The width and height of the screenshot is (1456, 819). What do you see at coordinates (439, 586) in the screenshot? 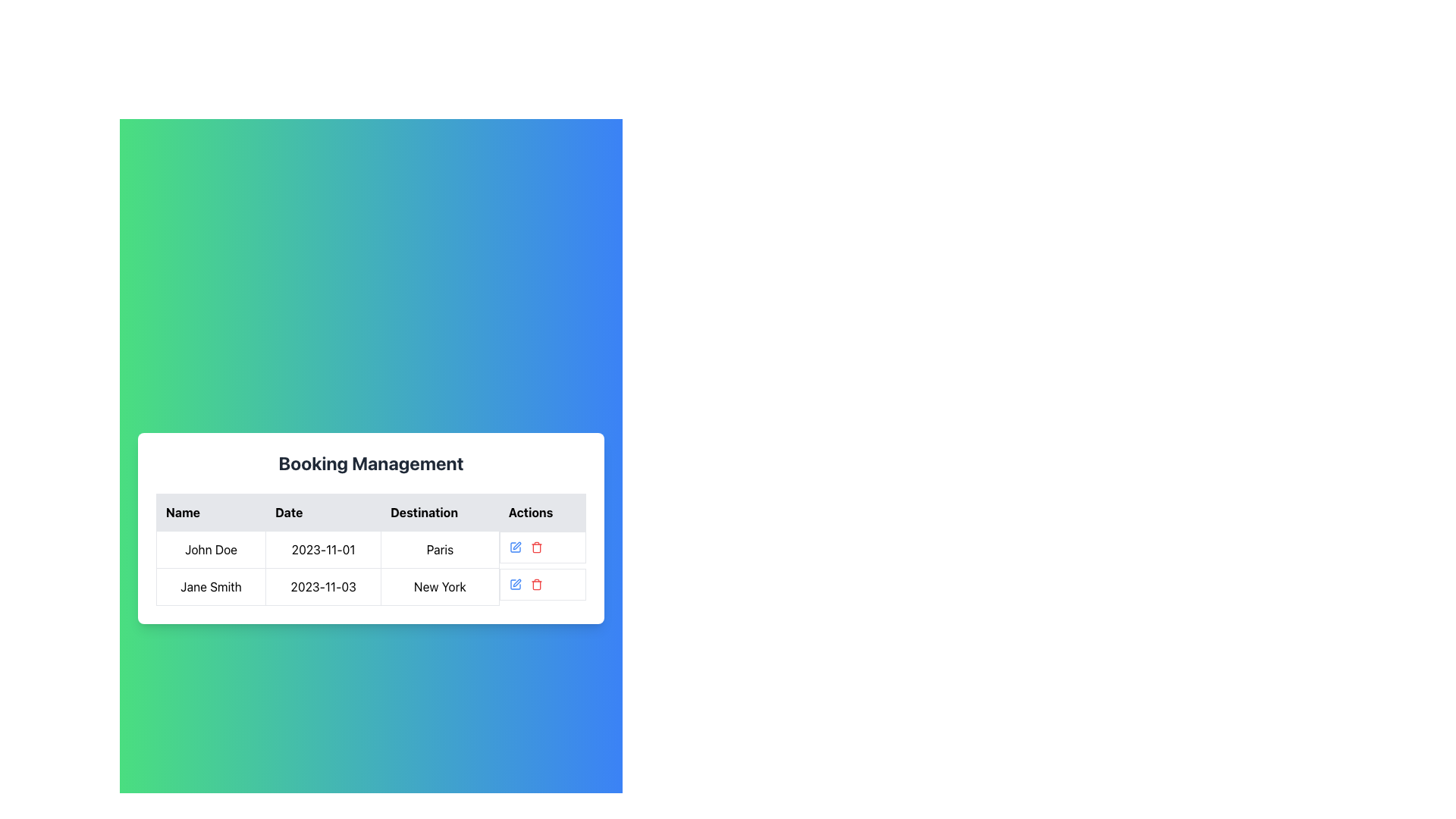
I see `the text display indicating the destination associated with the user entry for 'Jane Smith' in the table` at bounding box center [439, 586].